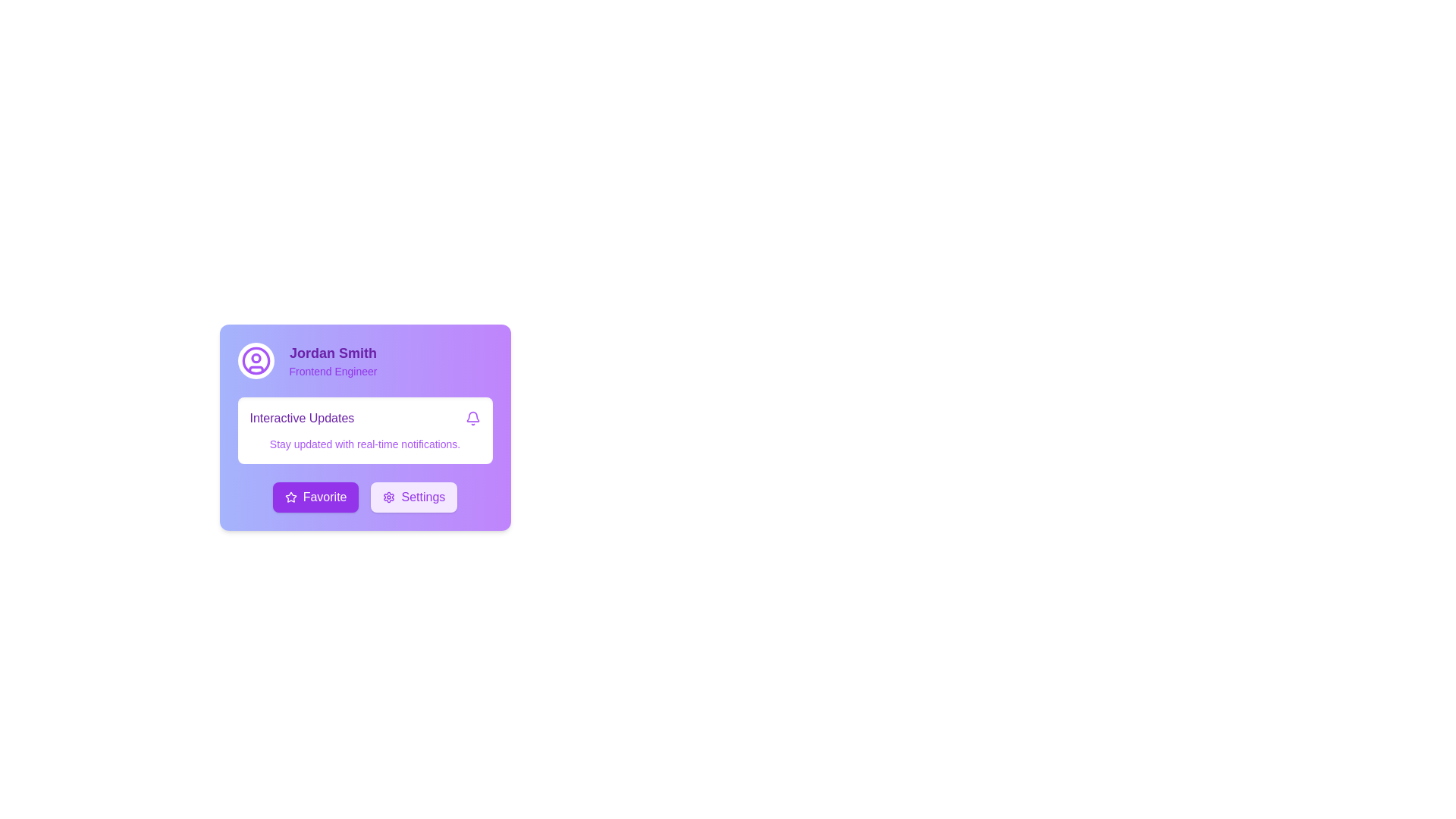 This screenshot has width=1456, height=819. What do you see at coordinates (256, 360) in the screenshot?
I see `the user profile icon represented as a purple circle with a user silhouette, located in the top-left corner of the card adjacent to 'Jordan Smith' and 'Frontend Engineer'` at bounding box center [256, 360].